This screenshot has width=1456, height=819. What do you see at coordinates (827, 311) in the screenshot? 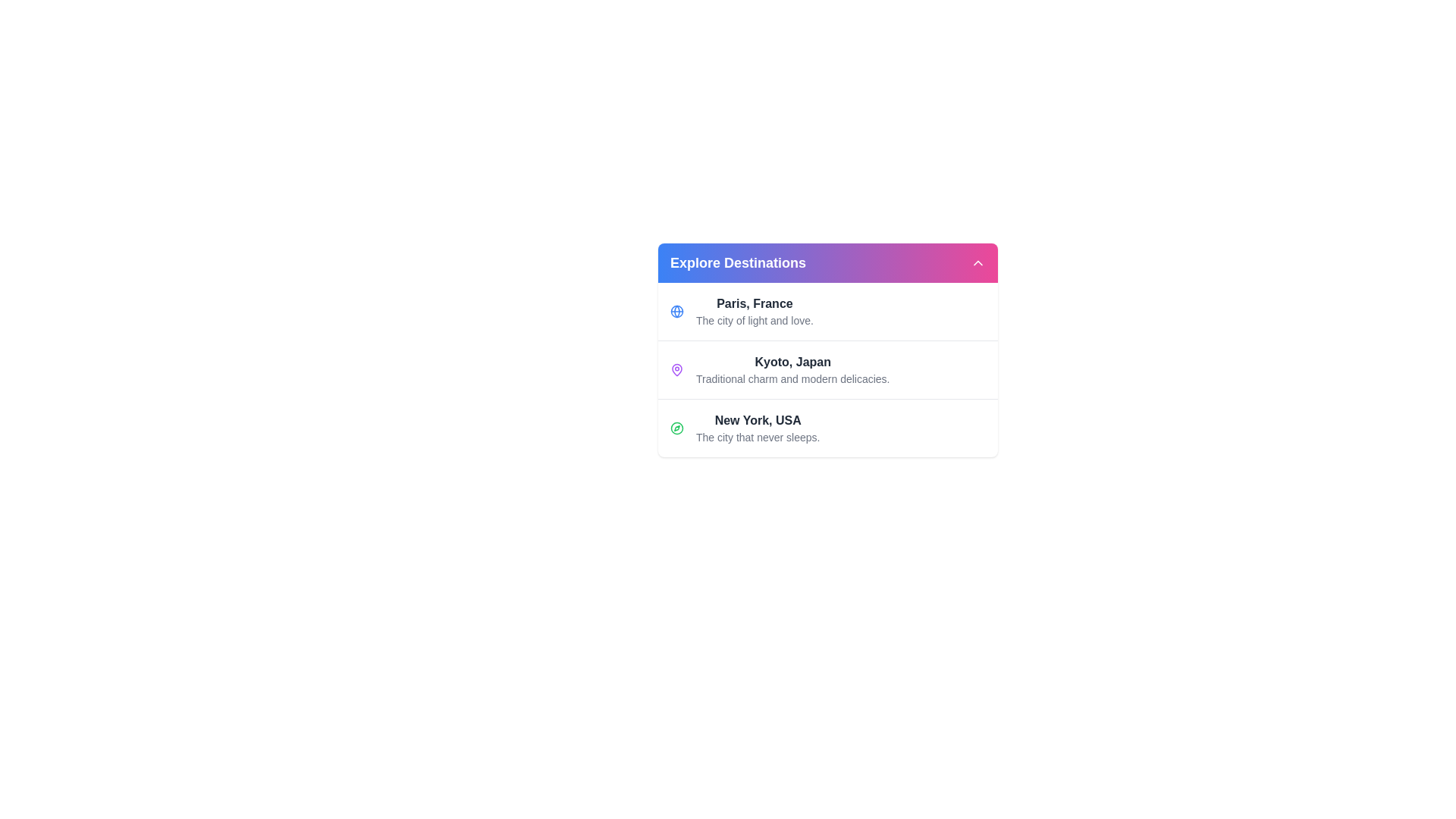
I see `the first list item that provides information about 'Paris, France'` at bounding box center [827, 311].